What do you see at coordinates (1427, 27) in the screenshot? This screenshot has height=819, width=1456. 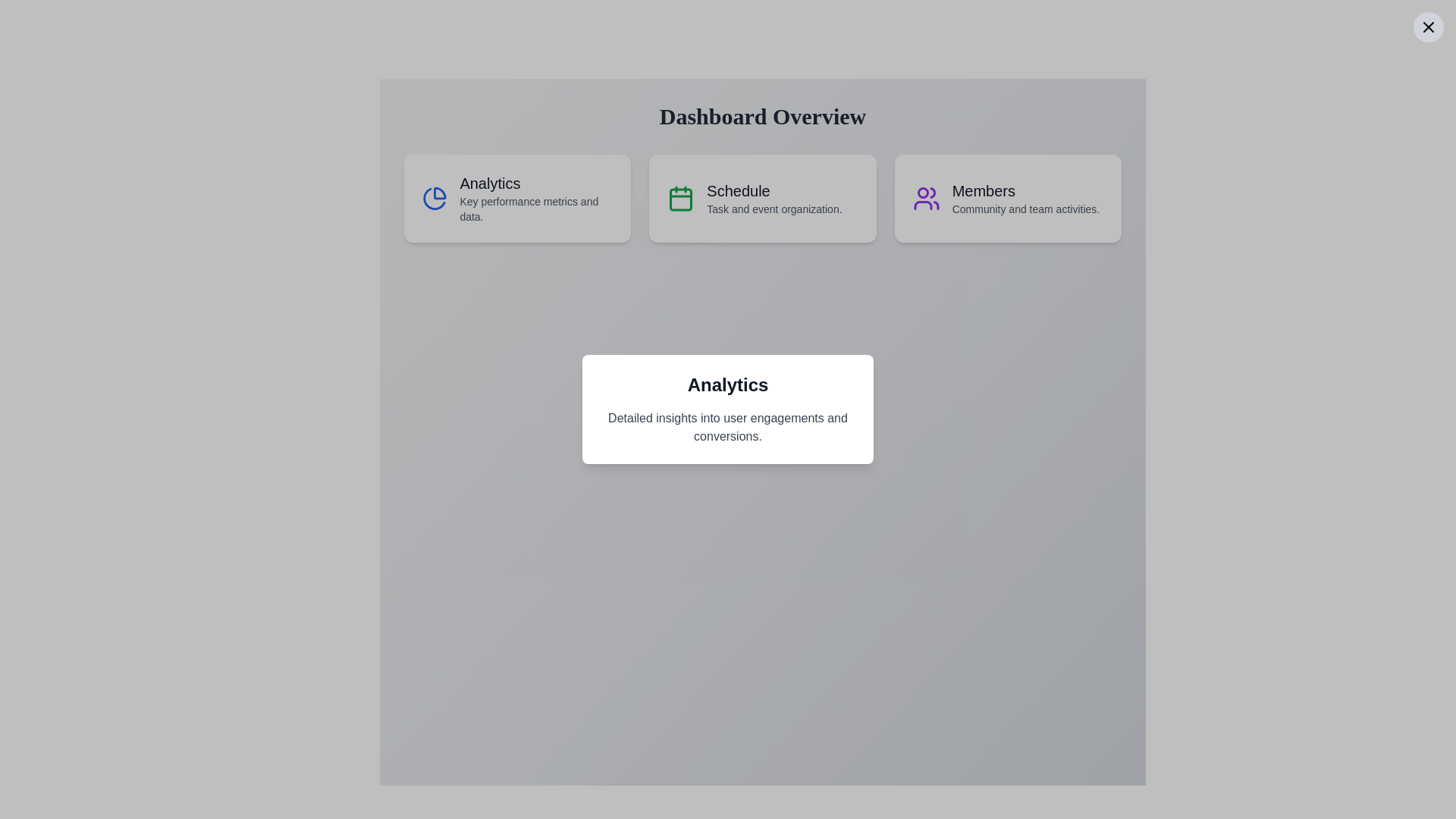 I see `the circular button with a gray background and a black 'X' icon located in the top-right corner of the interface to change its background color` at bounding box center [1427, 27].